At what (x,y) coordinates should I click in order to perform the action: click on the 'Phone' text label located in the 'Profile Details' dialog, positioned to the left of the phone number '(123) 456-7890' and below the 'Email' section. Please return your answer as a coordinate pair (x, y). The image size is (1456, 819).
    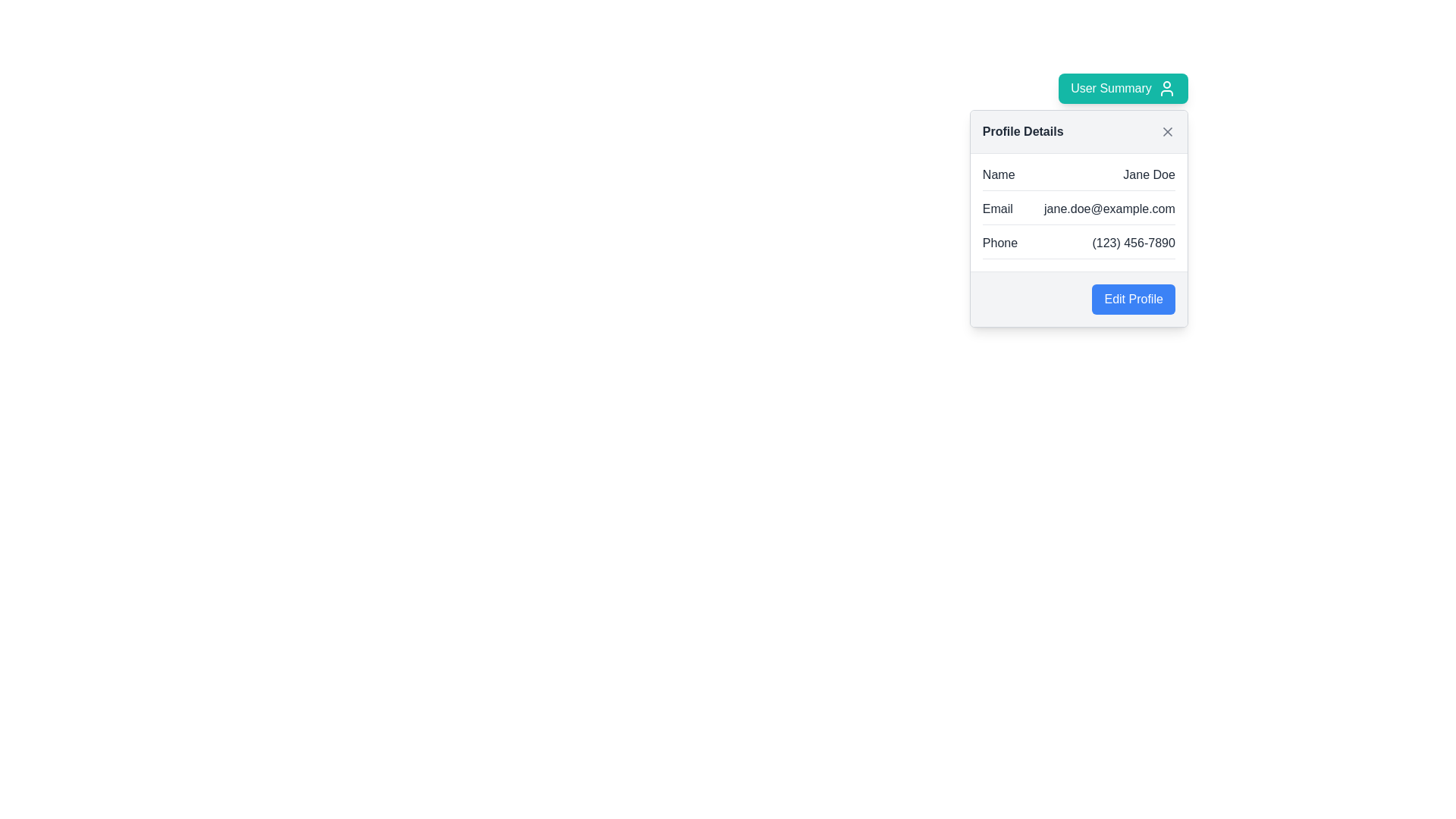
    Looking at the image, I should click on (1000, 242).